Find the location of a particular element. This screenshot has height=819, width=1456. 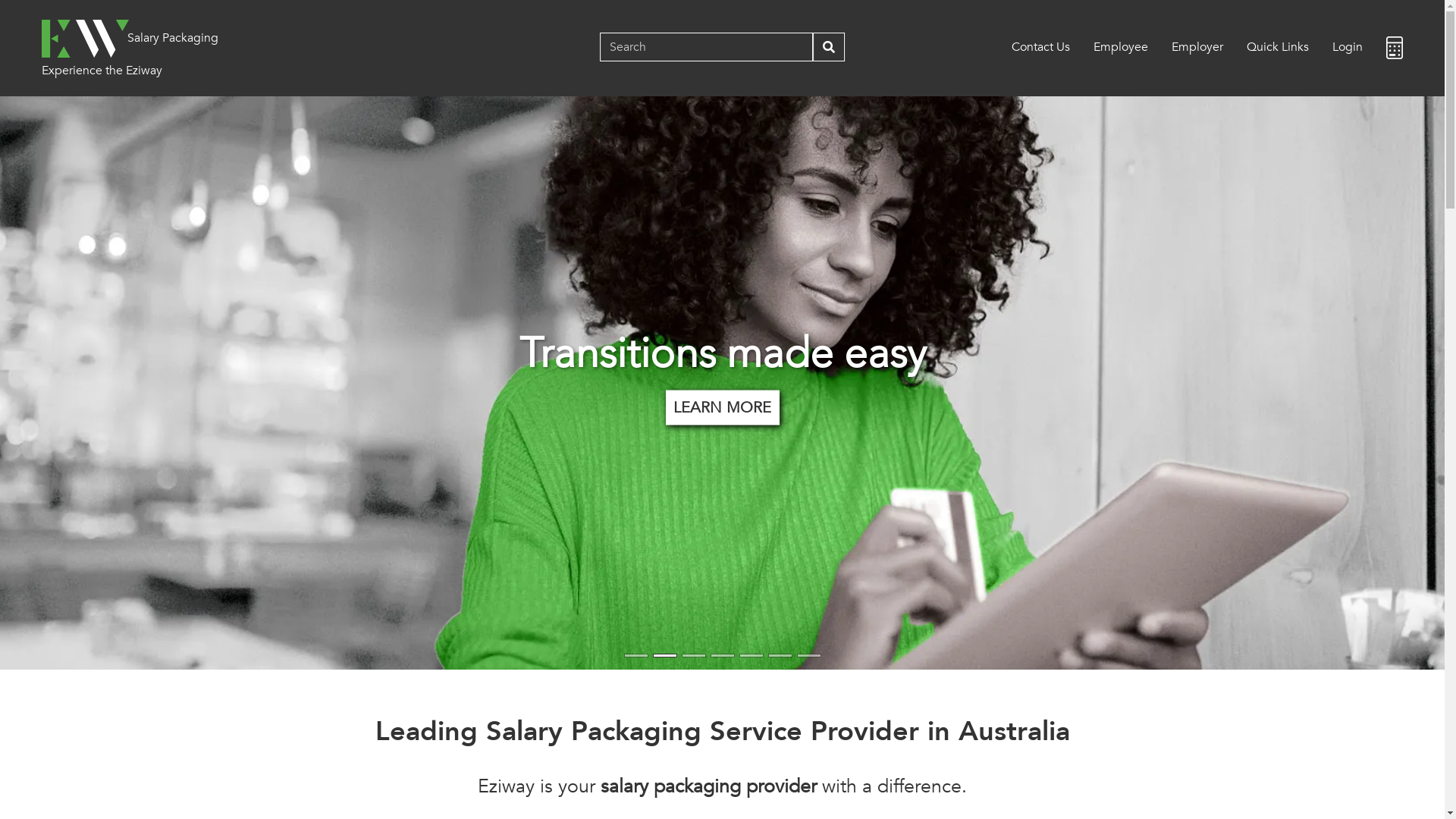

'Experience the Eziway' is located at coordinates (101, 57).